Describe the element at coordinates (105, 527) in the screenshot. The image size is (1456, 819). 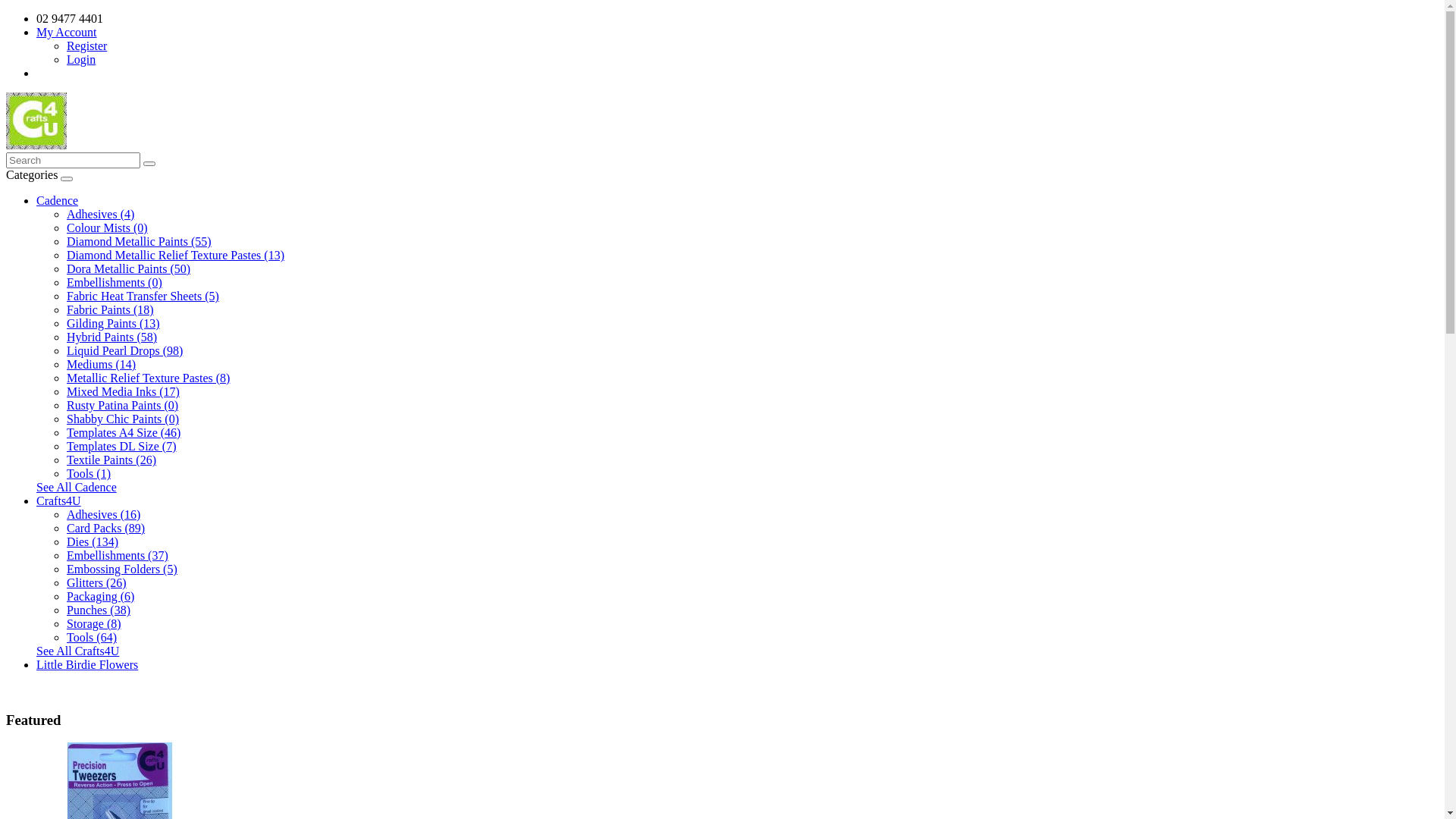
I see `'Card Packs (89)'` at that location.